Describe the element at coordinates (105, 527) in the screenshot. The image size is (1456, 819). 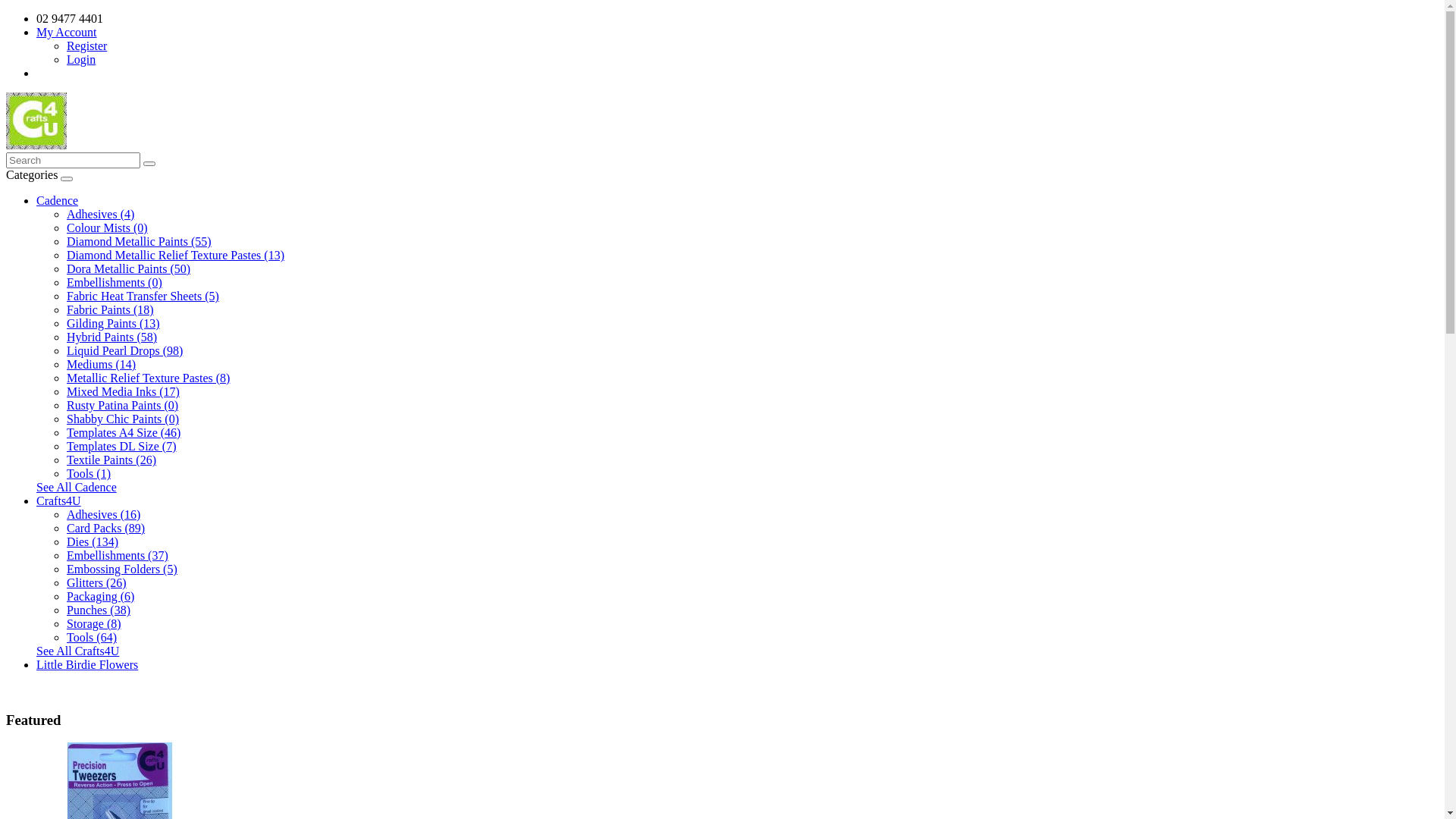
I see `'Card Packs (89)'` at that location.